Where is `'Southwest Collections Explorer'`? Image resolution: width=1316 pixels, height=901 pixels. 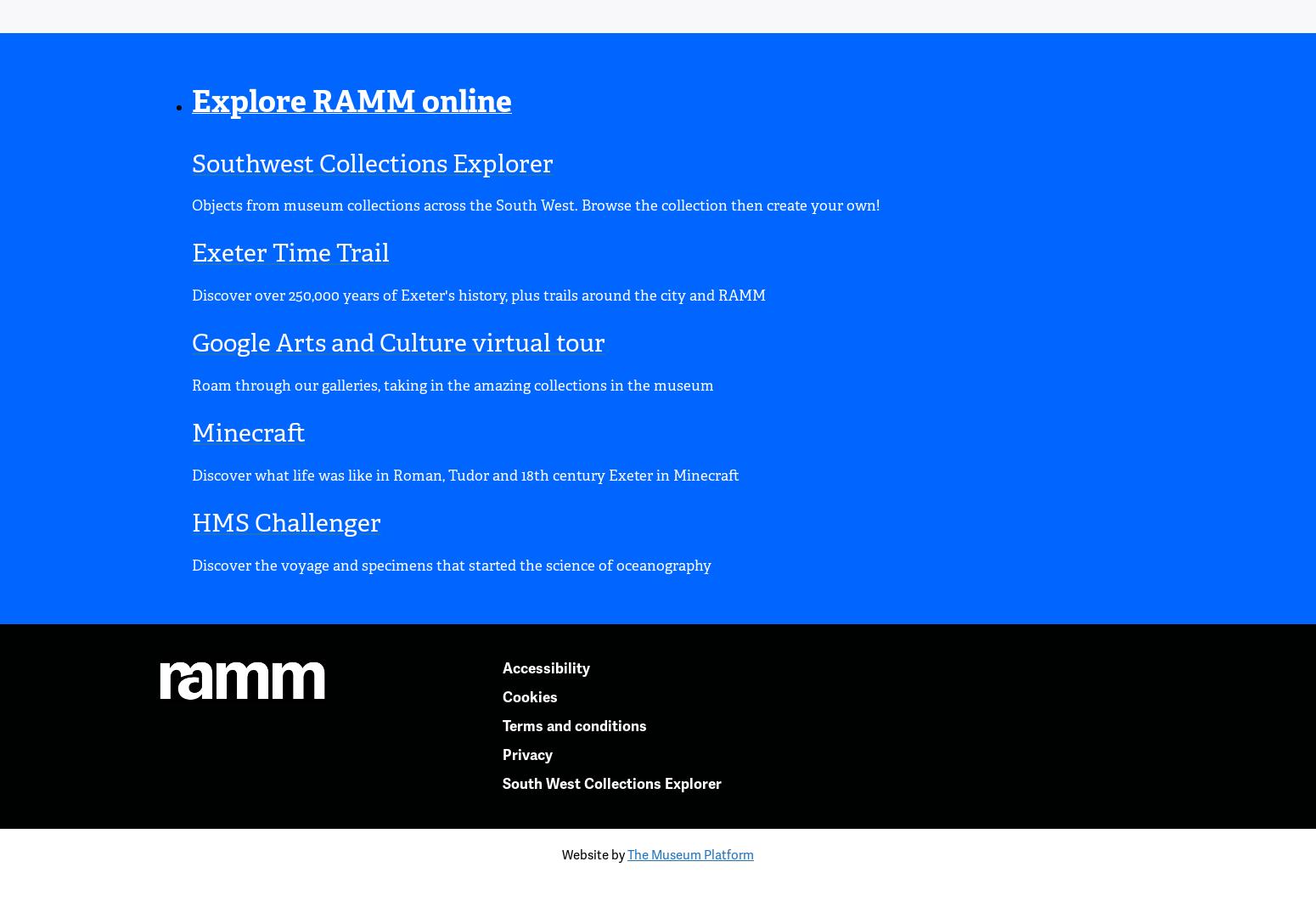 'Southwest Collections Explorer' is located at coordinates (372, 162).